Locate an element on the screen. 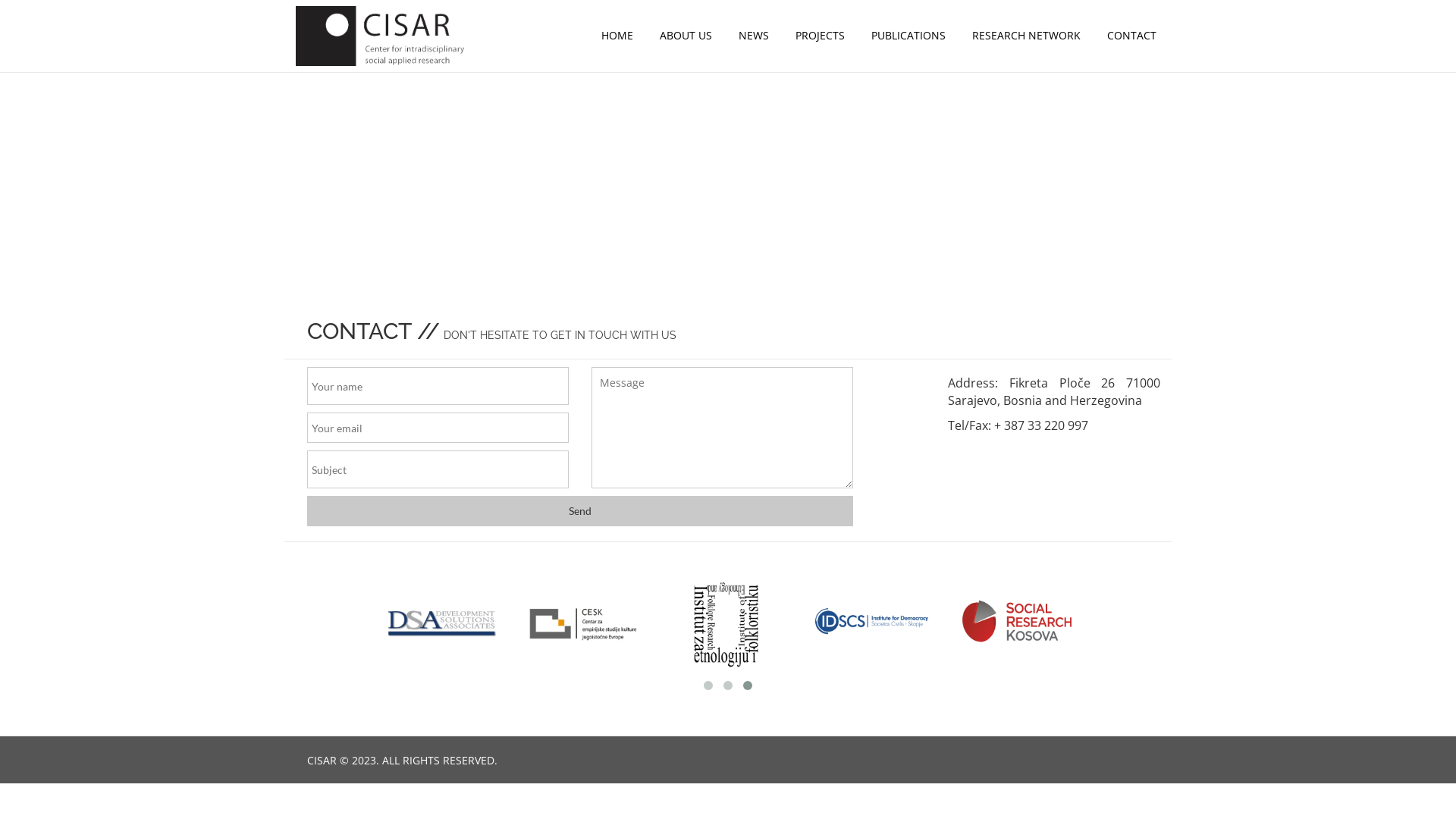 The width and height of the screenshot is (1456, 819). 'NEWS' is located at coordinates (753, 34).